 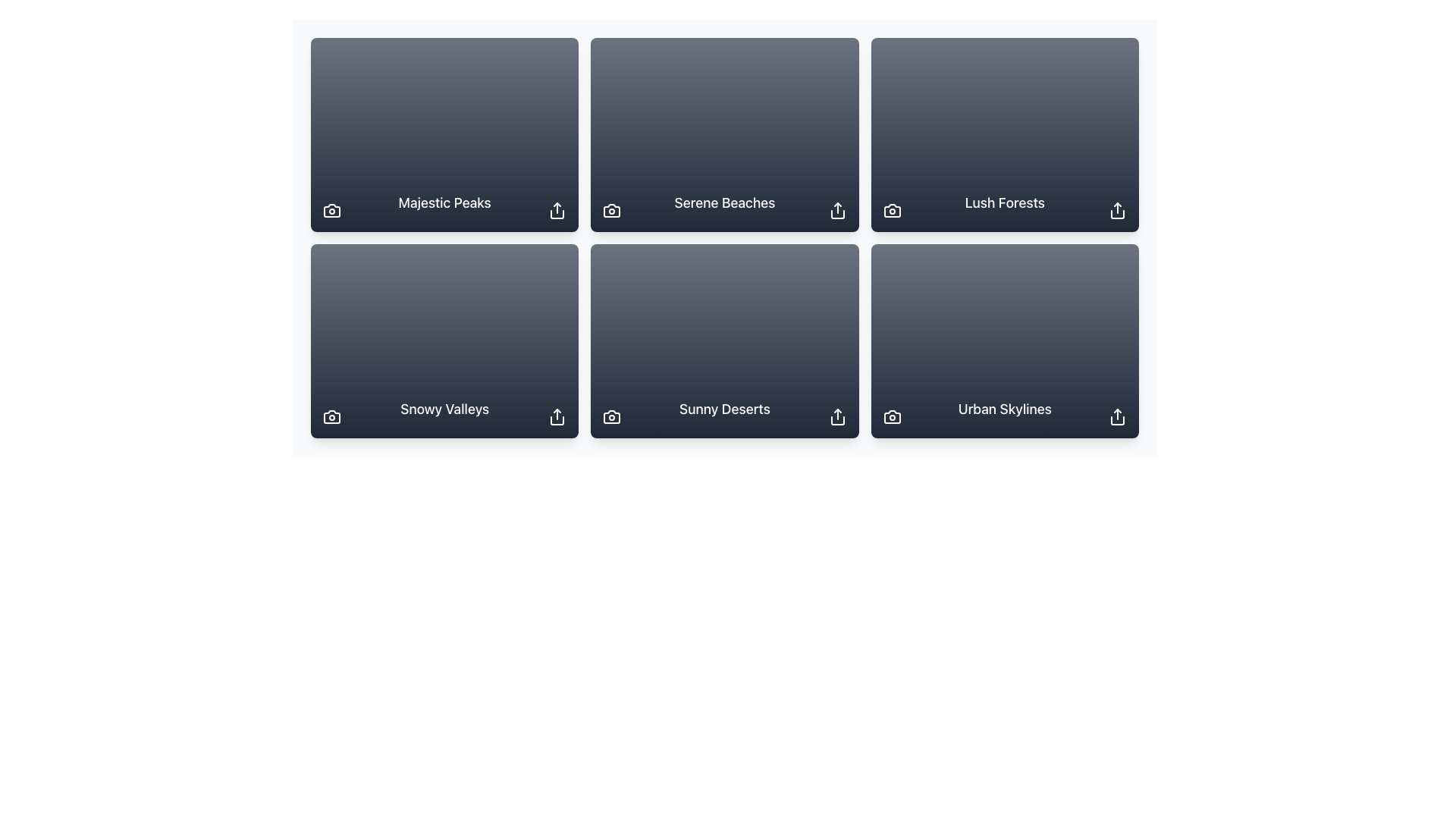 I want to click on the camera icon located in the bottom-left corner of the 'Sunny Deserts' card, which triggers photo-related functions, so click(x=612, y=417).